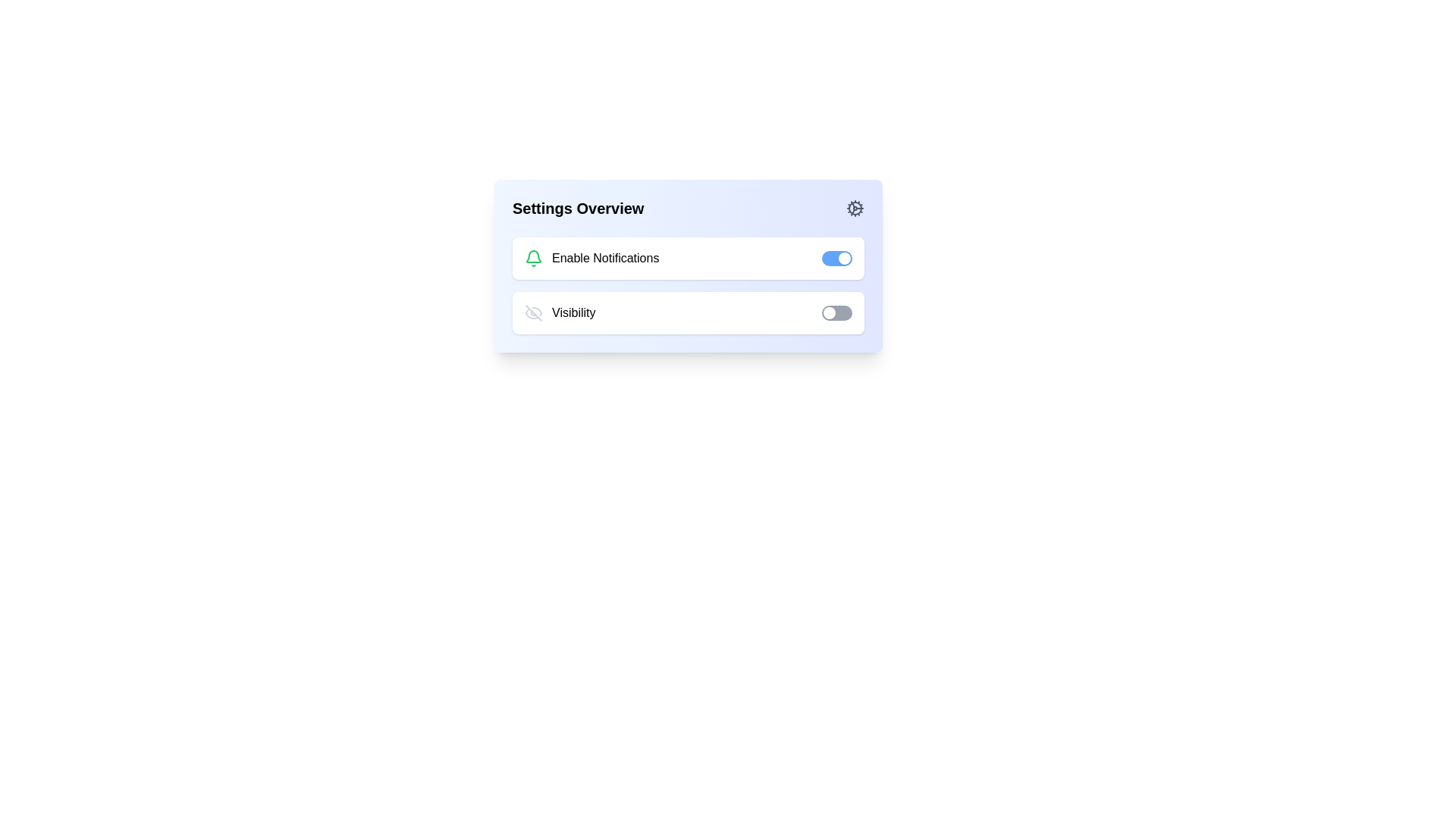 This screenshot has width=1456, height=819. What do you see at coordinates (836, 312) in the screenshot?
I see `the second toggle switch styled with rounded edges and a gray background, indicating the 'off' state, positioned below the 'Enable Notifications' toggle and within the 'Visibility' settings` at bounding box center [836, 312].